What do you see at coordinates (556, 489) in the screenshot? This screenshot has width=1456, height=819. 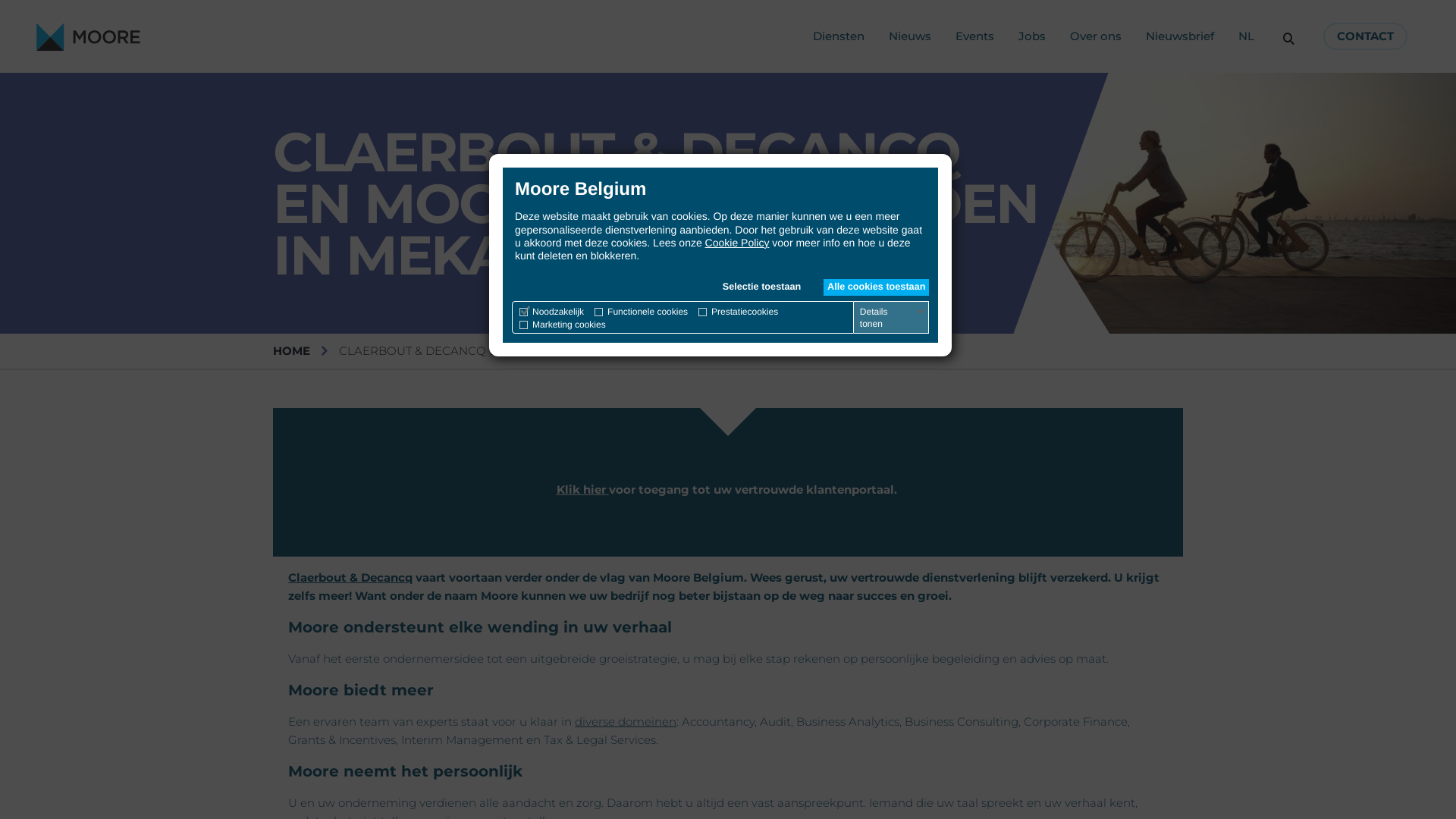 I see `'Klik hier '` at bounding box center [556, 489].